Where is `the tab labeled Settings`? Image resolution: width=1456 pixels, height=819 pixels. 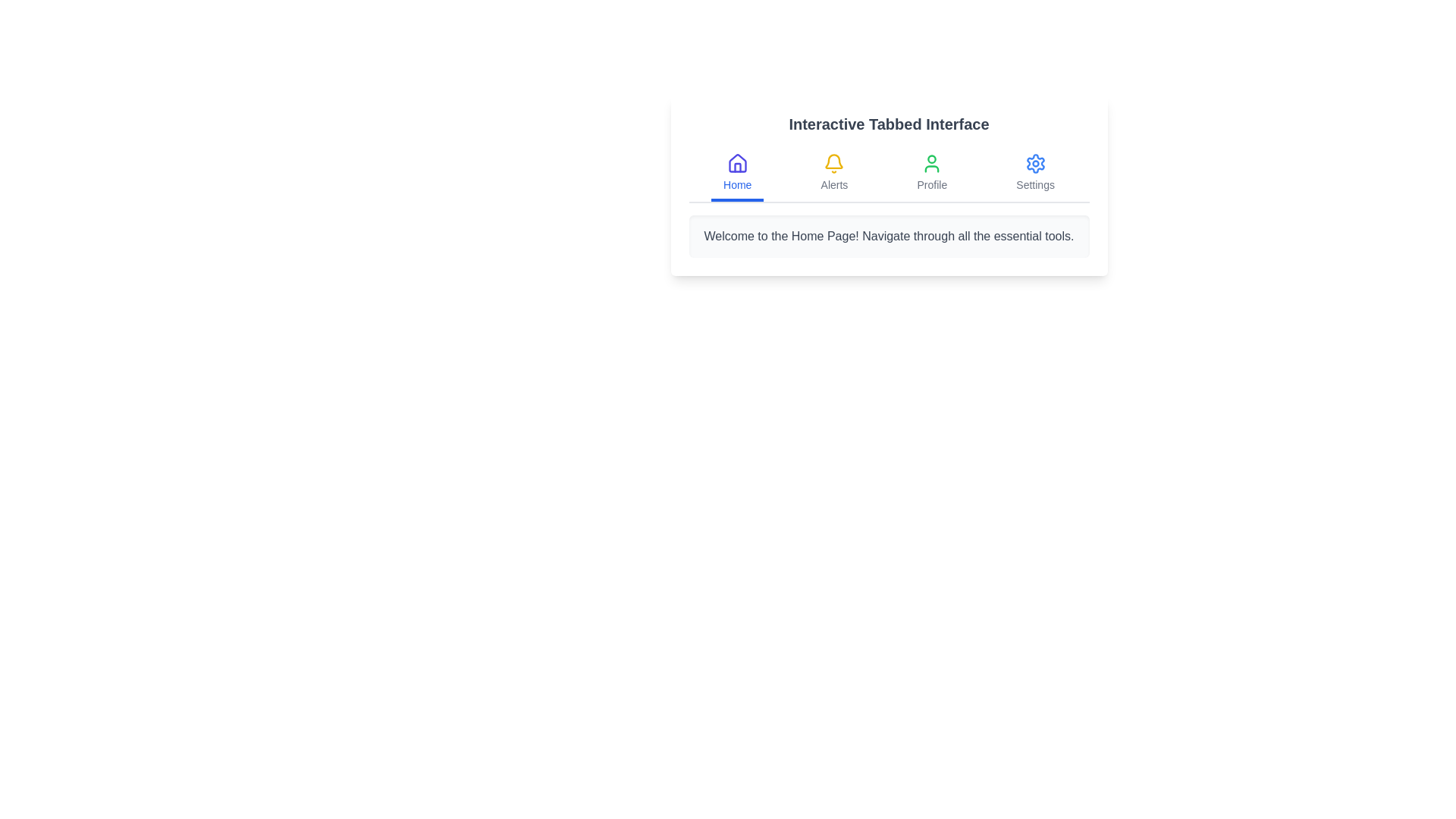 the tab labeled Settings is located at coordinates (1034, 174).